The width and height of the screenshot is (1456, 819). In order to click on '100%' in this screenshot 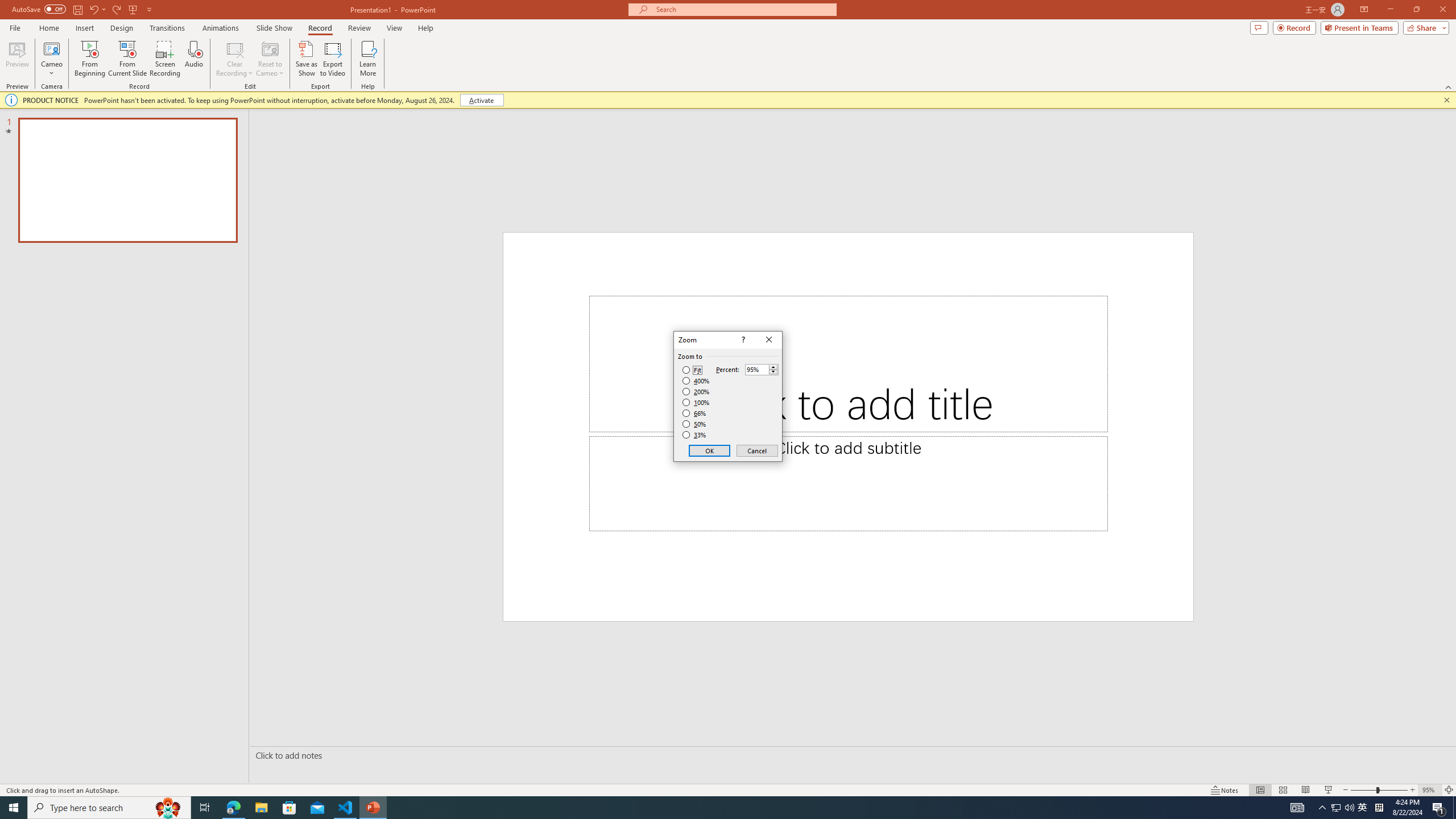, I will do `click(696, 402)`.